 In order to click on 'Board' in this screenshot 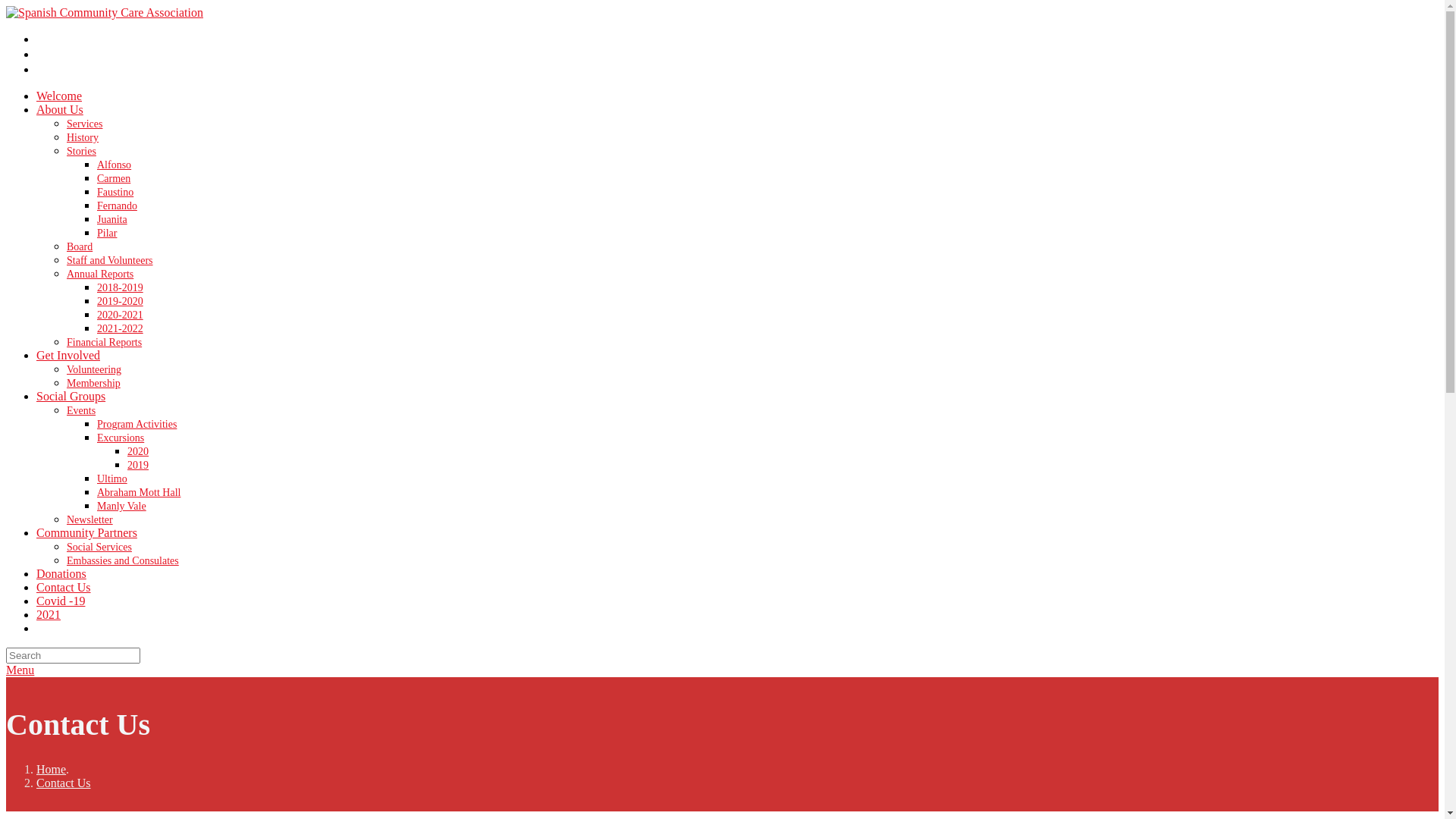, I will do `click(79, 246)`.